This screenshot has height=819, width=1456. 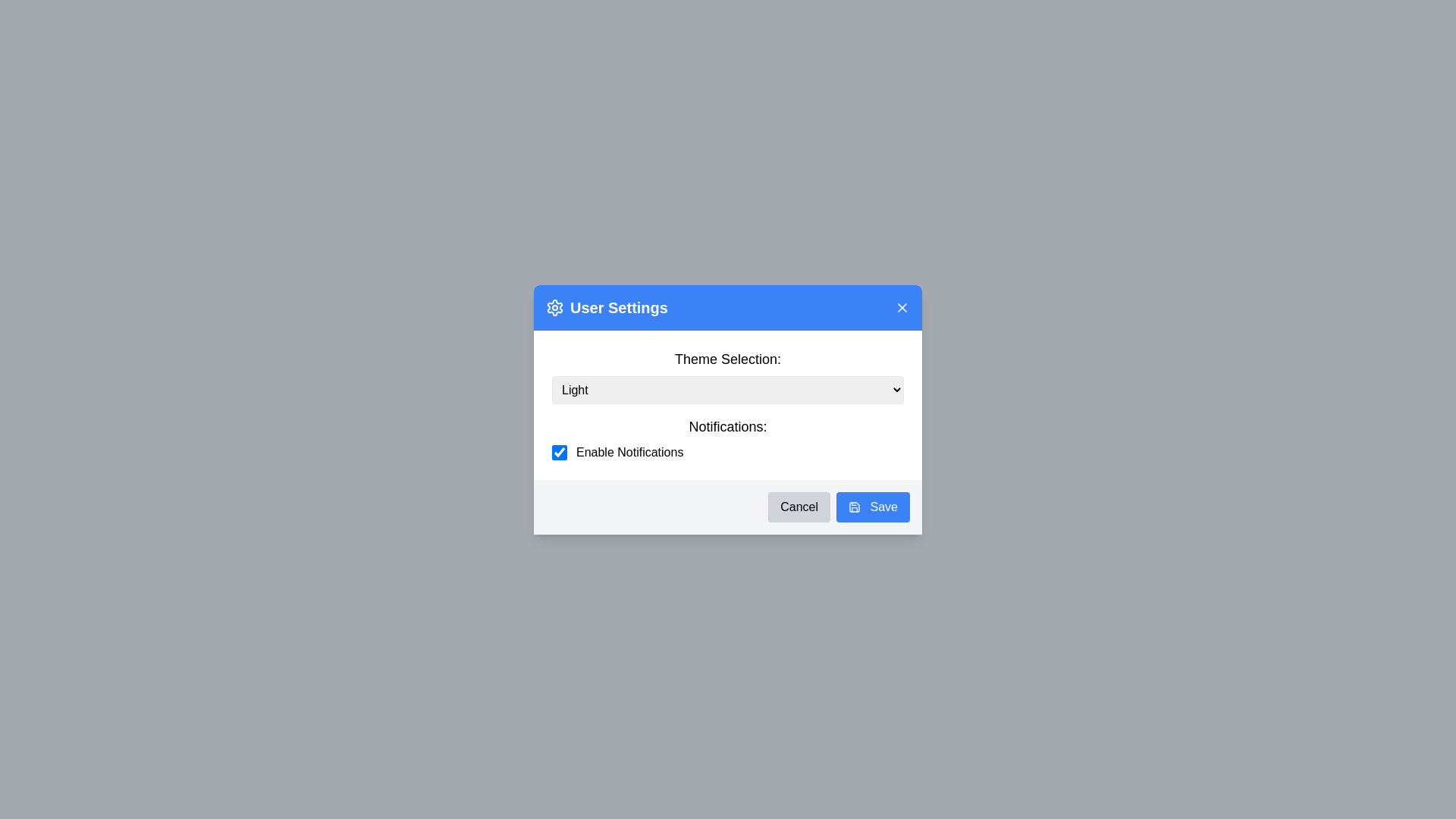 I want to click on the label of the Toggle Section for tooltip information about enabling notifications, so click(x=728, y=438).